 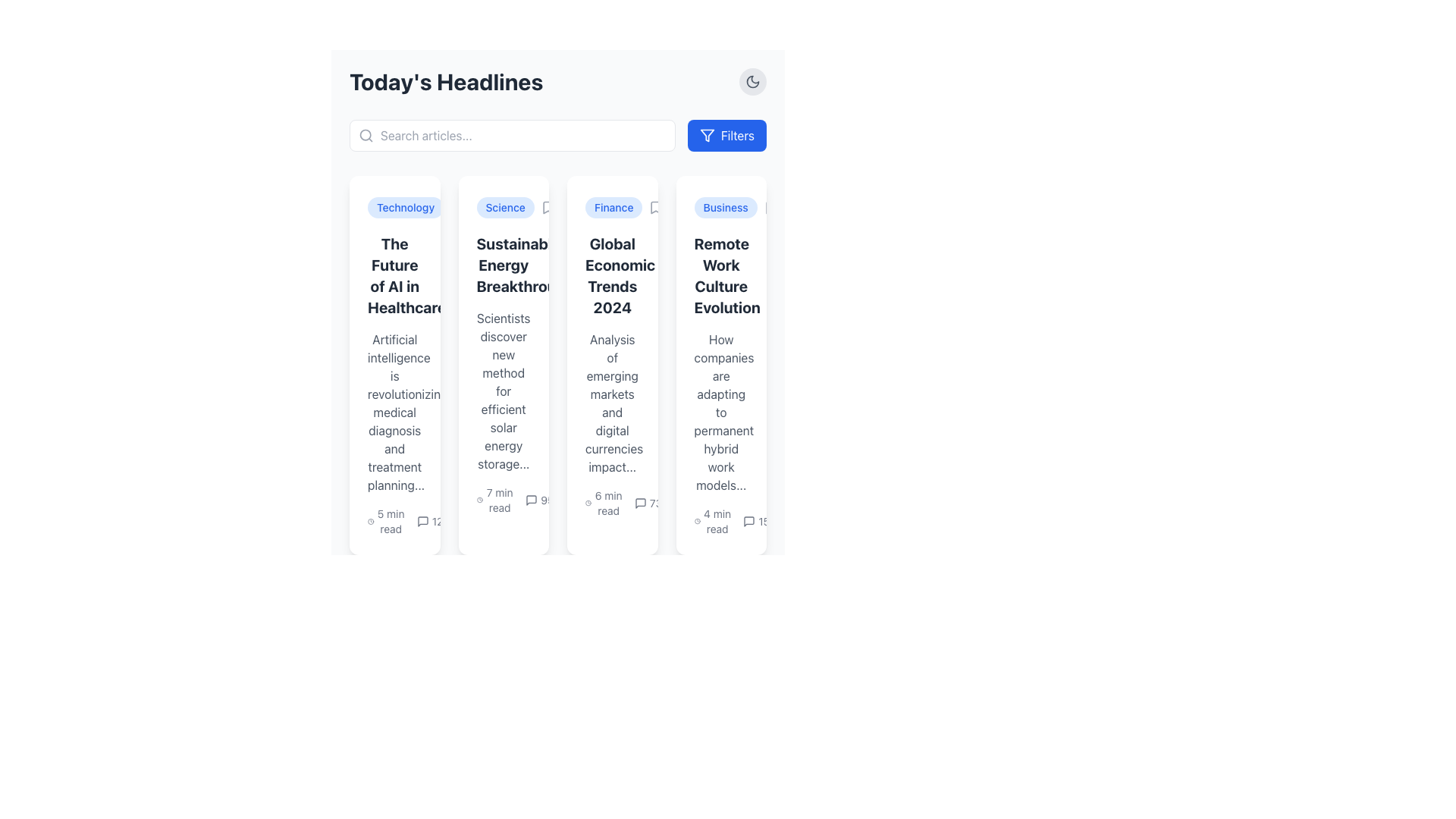 I want to click on the static text element with an accompanying icon that estimates the reading time for the card titled 'The Future of AI in Healthcare', located in the bottom metadata section, so click(x=394, y=520).